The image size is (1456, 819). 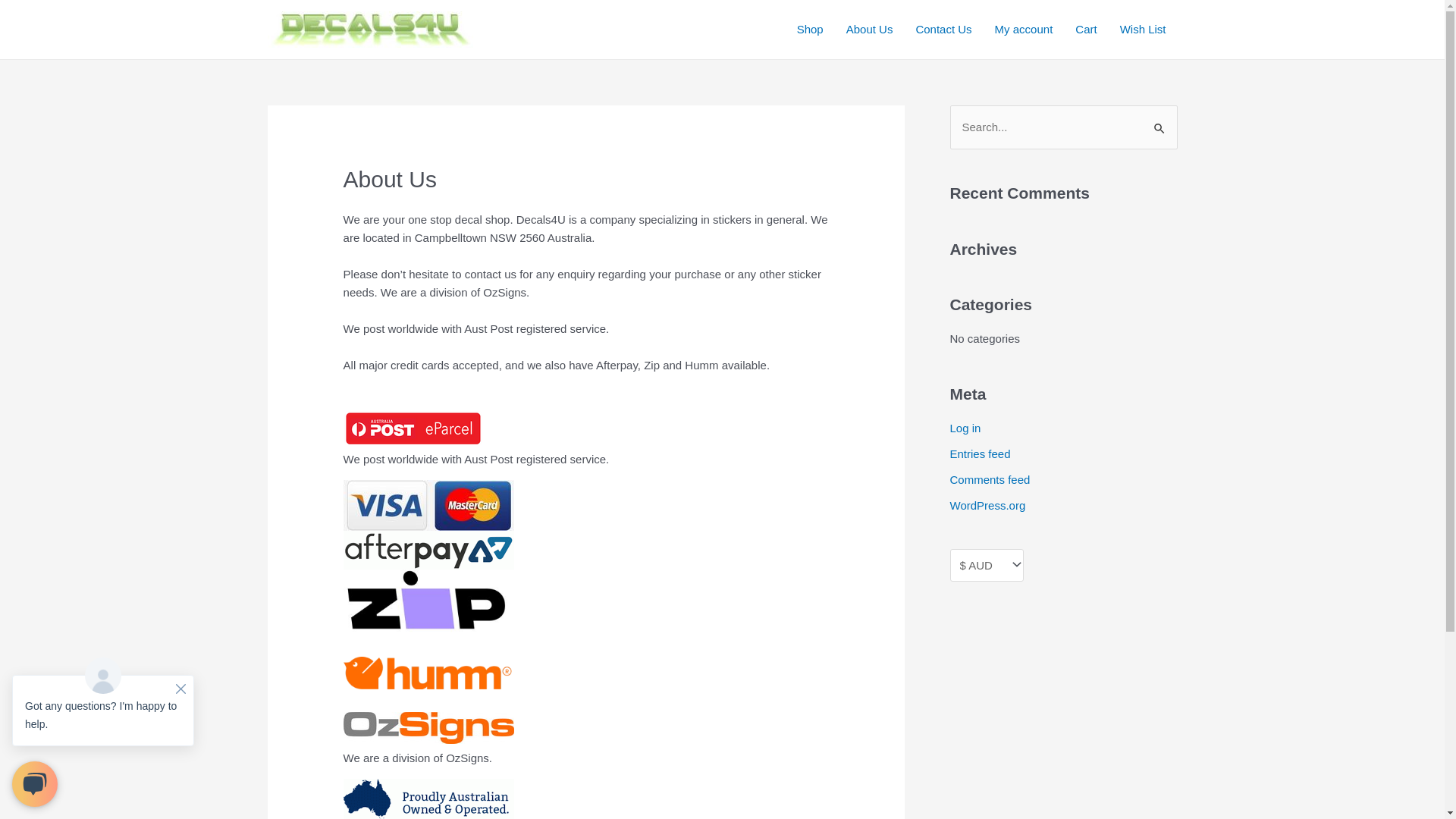 I want to click on 'Search', so click(x=1159, y=120).